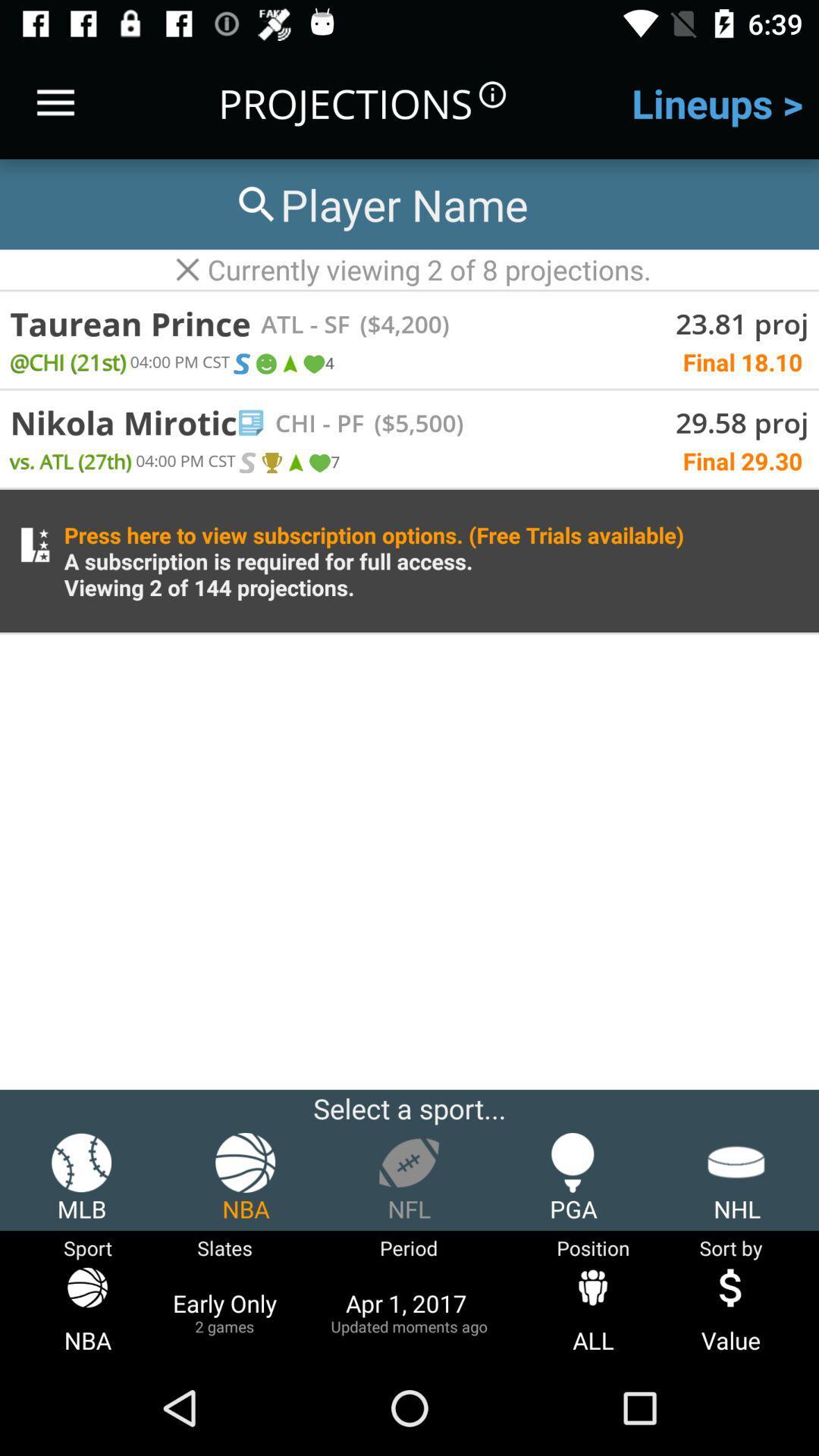 The width and height of the screenshot is (819, 1456). I want to click on item to the right of the  - pf icon, so click(413, 422).